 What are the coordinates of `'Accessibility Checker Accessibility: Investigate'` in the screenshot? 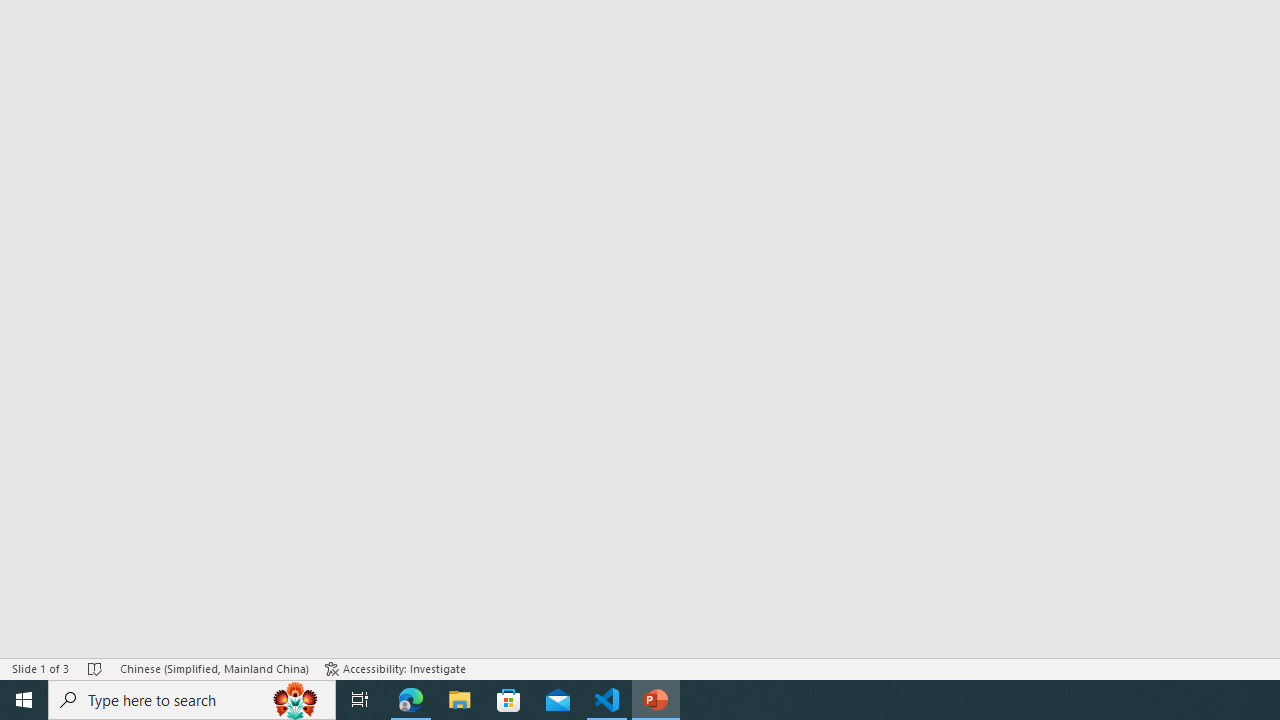 It's located at (395, 669).